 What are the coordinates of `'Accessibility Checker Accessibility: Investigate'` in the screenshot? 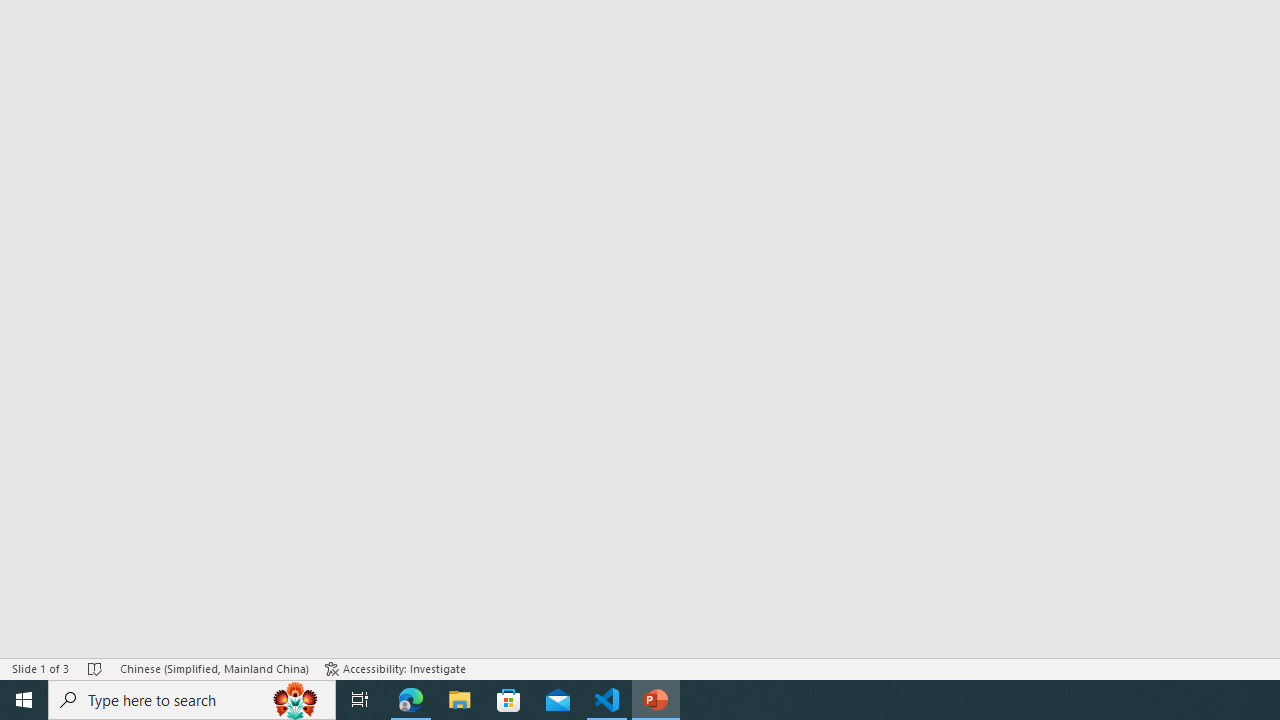 It's located at (395, 669).